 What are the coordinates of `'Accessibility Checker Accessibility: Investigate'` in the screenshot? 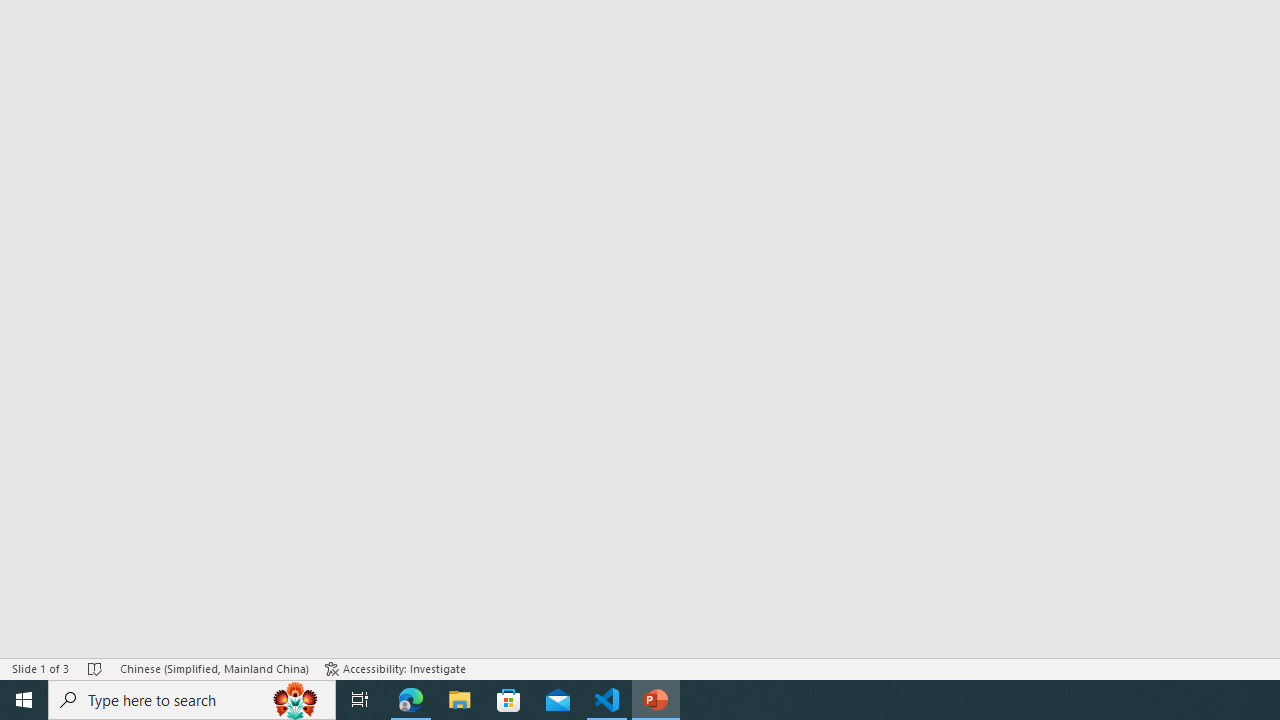 It's located at (395, 669).